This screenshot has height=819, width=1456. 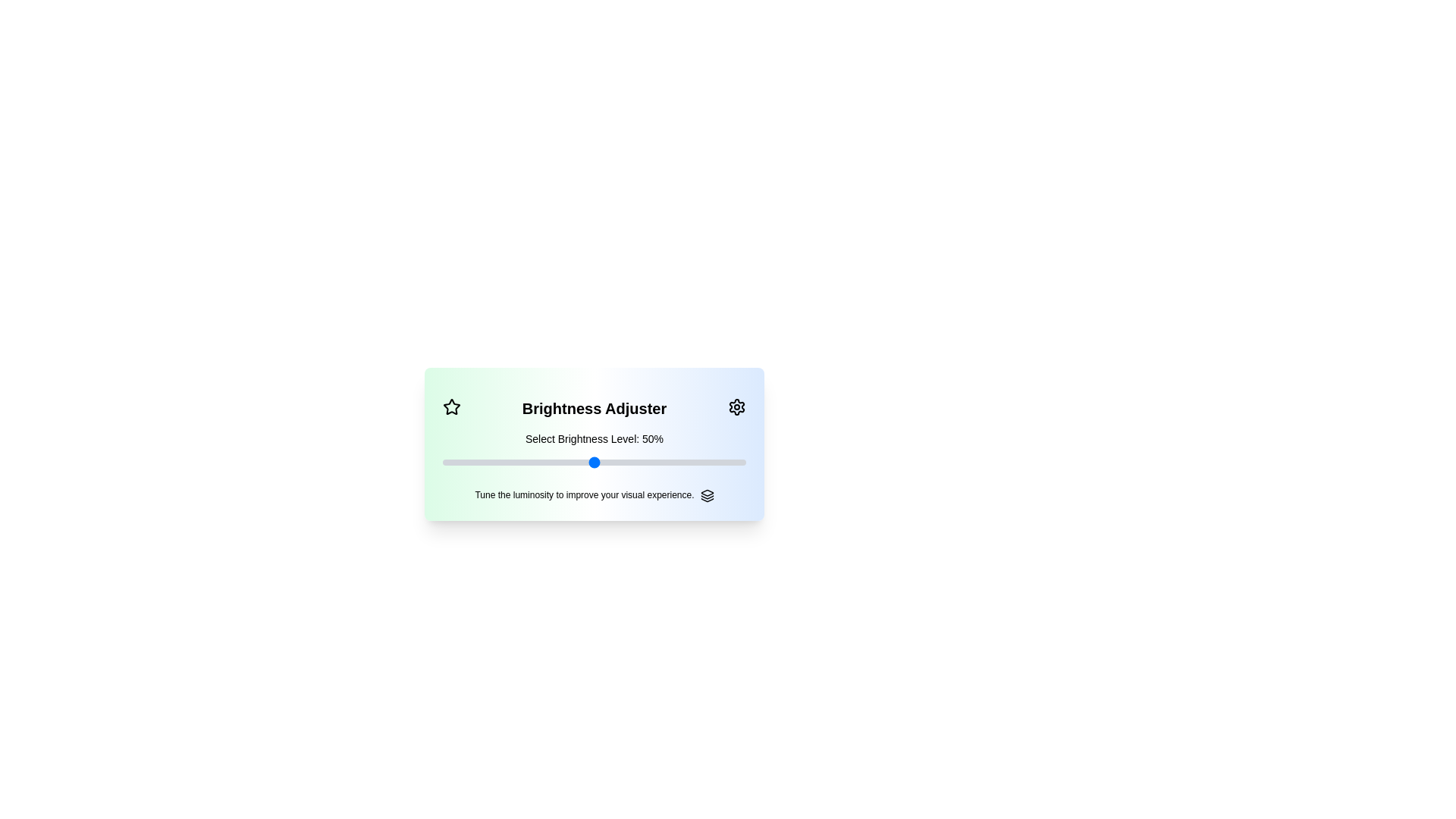 What do you see at coordinates (728, 461) in the screenshot?
I see `the brightness level to 94% by moving the slider` at bounding box center [728, 461].